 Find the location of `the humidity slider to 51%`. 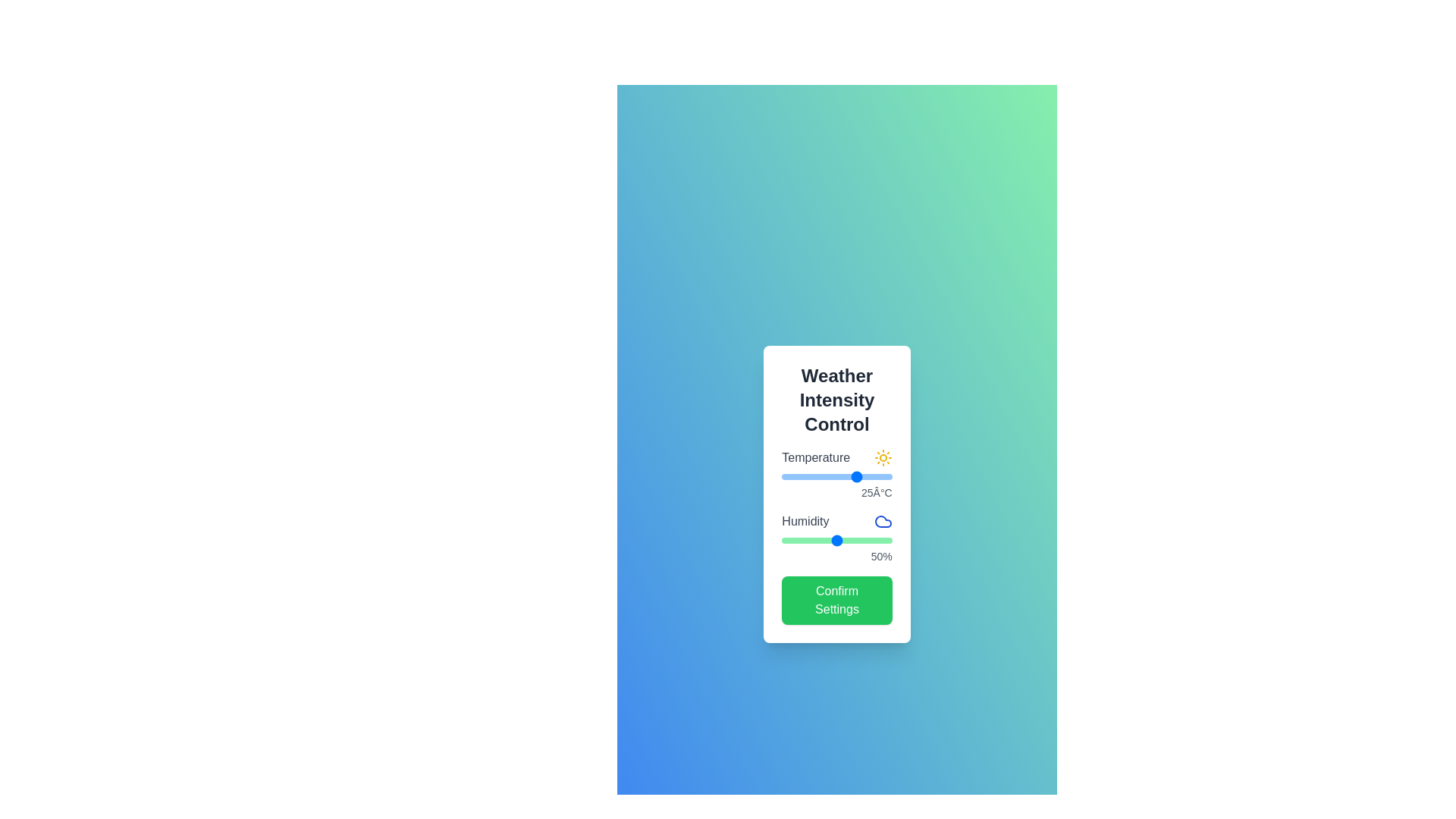

the humidity slider to 51% is located at coordinates (837, 540).